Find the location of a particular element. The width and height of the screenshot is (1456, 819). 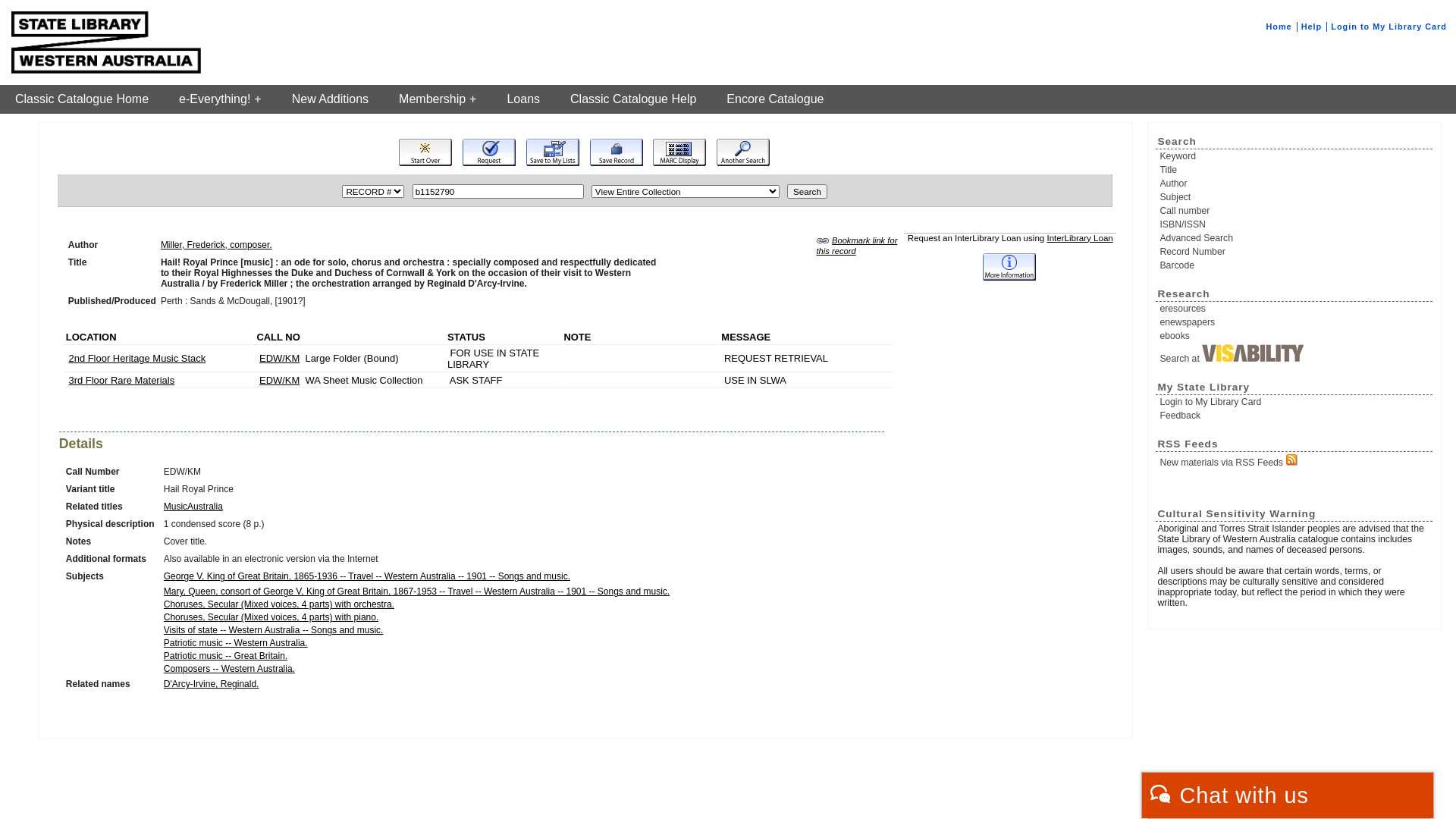

'Search' is located at coordinates (806, 190).